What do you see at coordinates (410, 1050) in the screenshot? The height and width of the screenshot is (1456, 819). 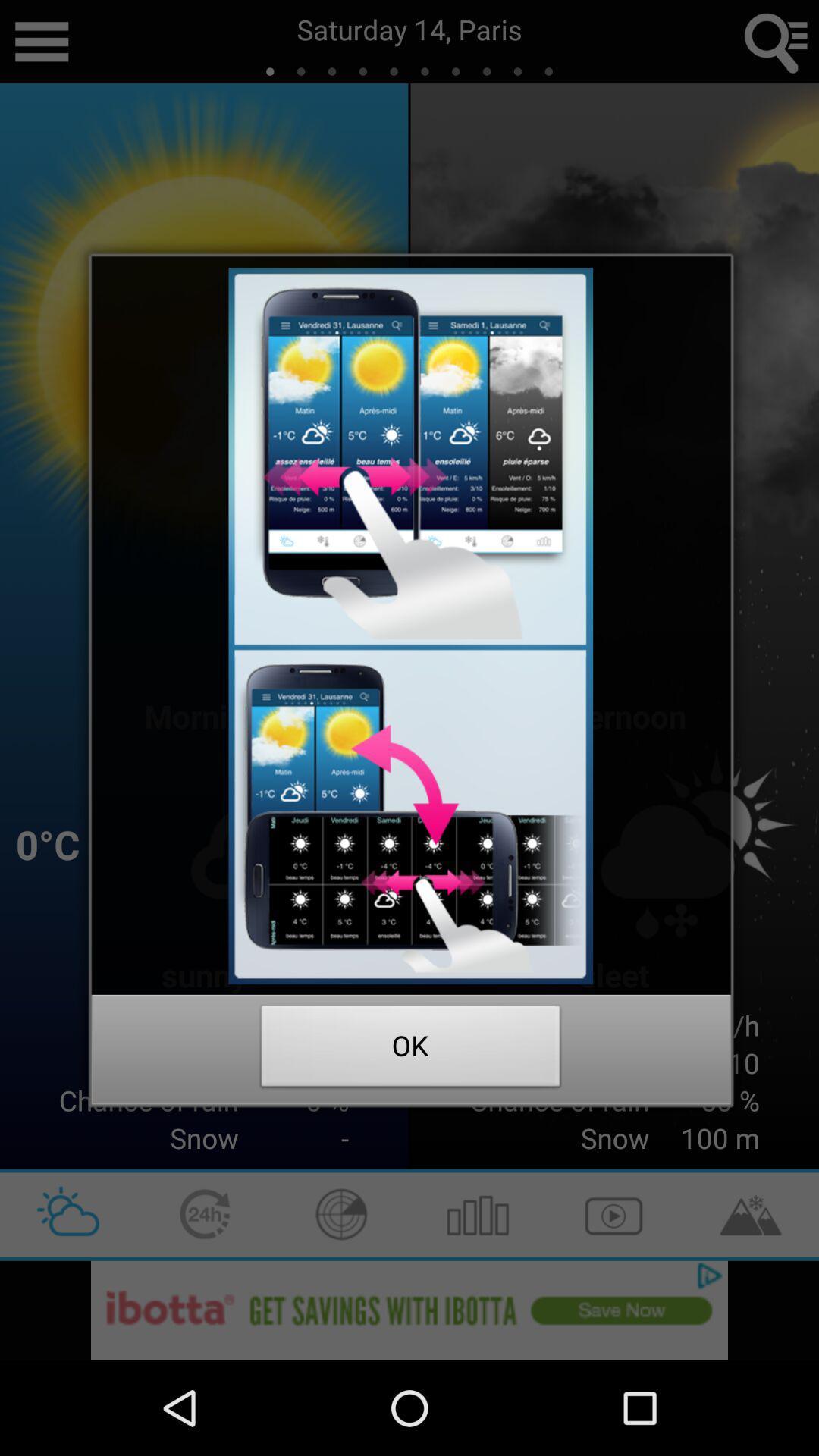 I see `ok` at bounding box center [410, 1050].